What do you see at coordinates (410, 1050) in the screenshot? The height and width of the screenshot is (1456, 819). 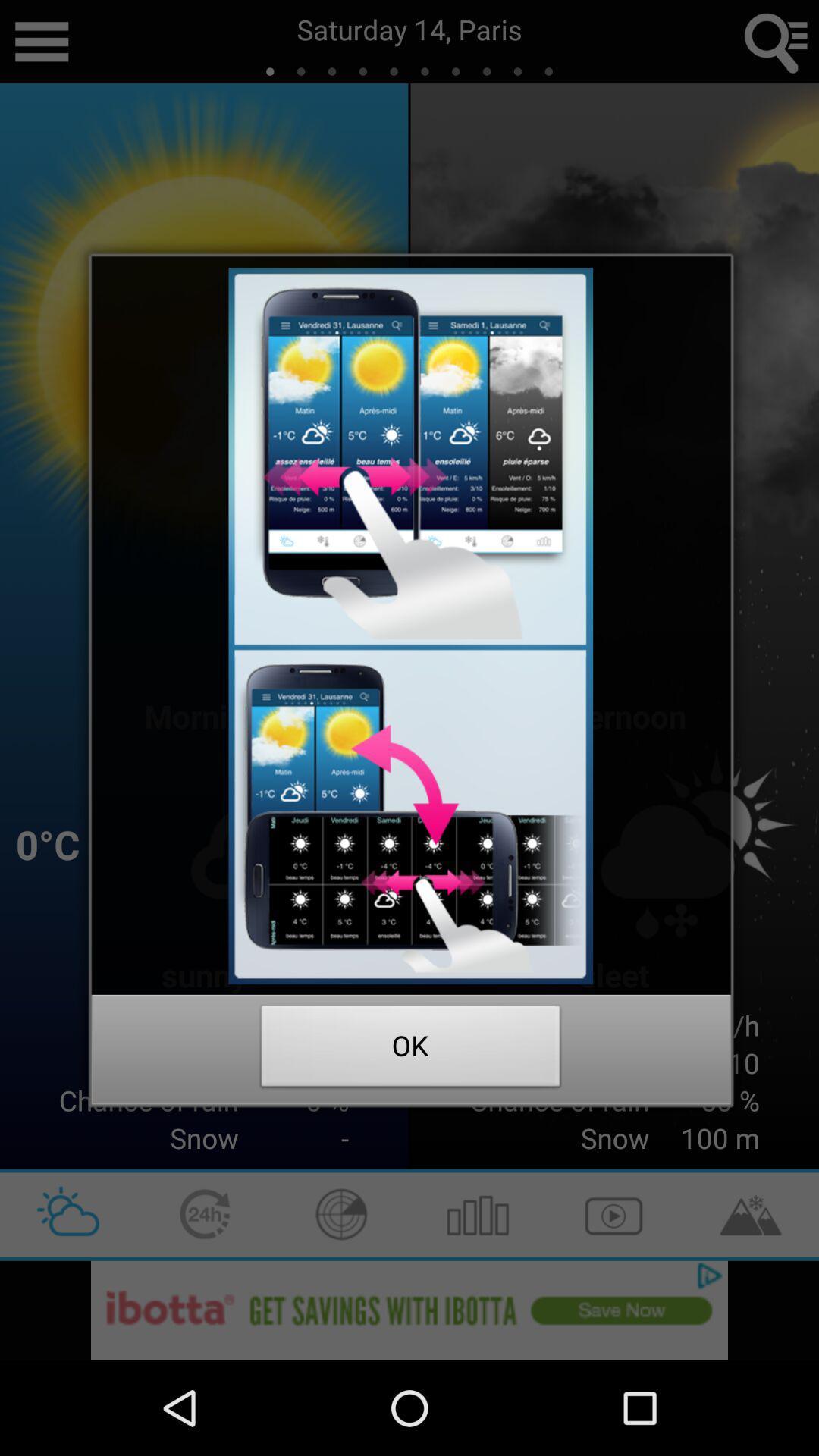 I see `ok` at bounding box center [410, 1050].